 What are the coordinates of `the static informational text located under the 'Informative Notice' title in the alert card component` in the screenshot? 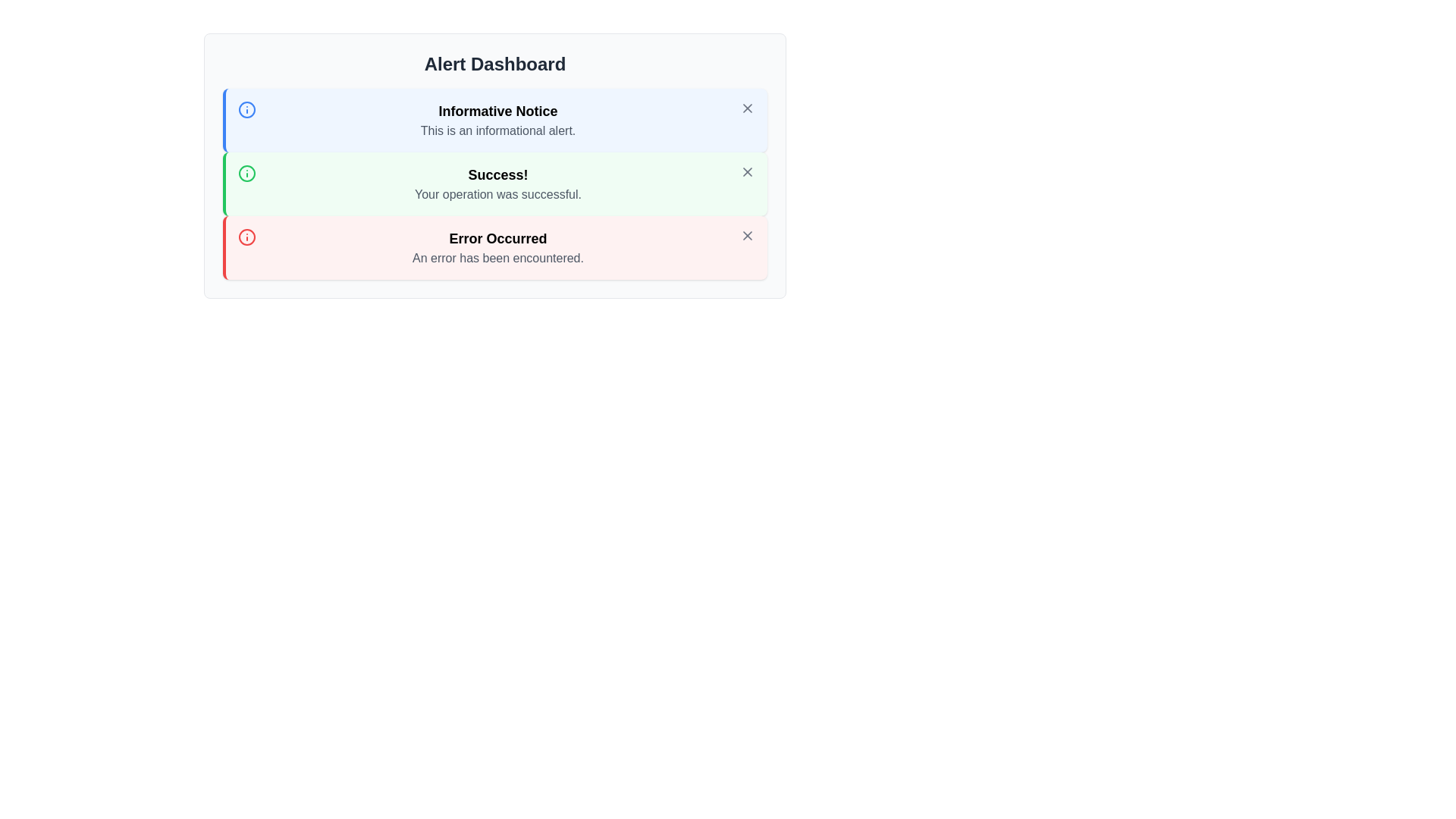 It's located at (498, 130).